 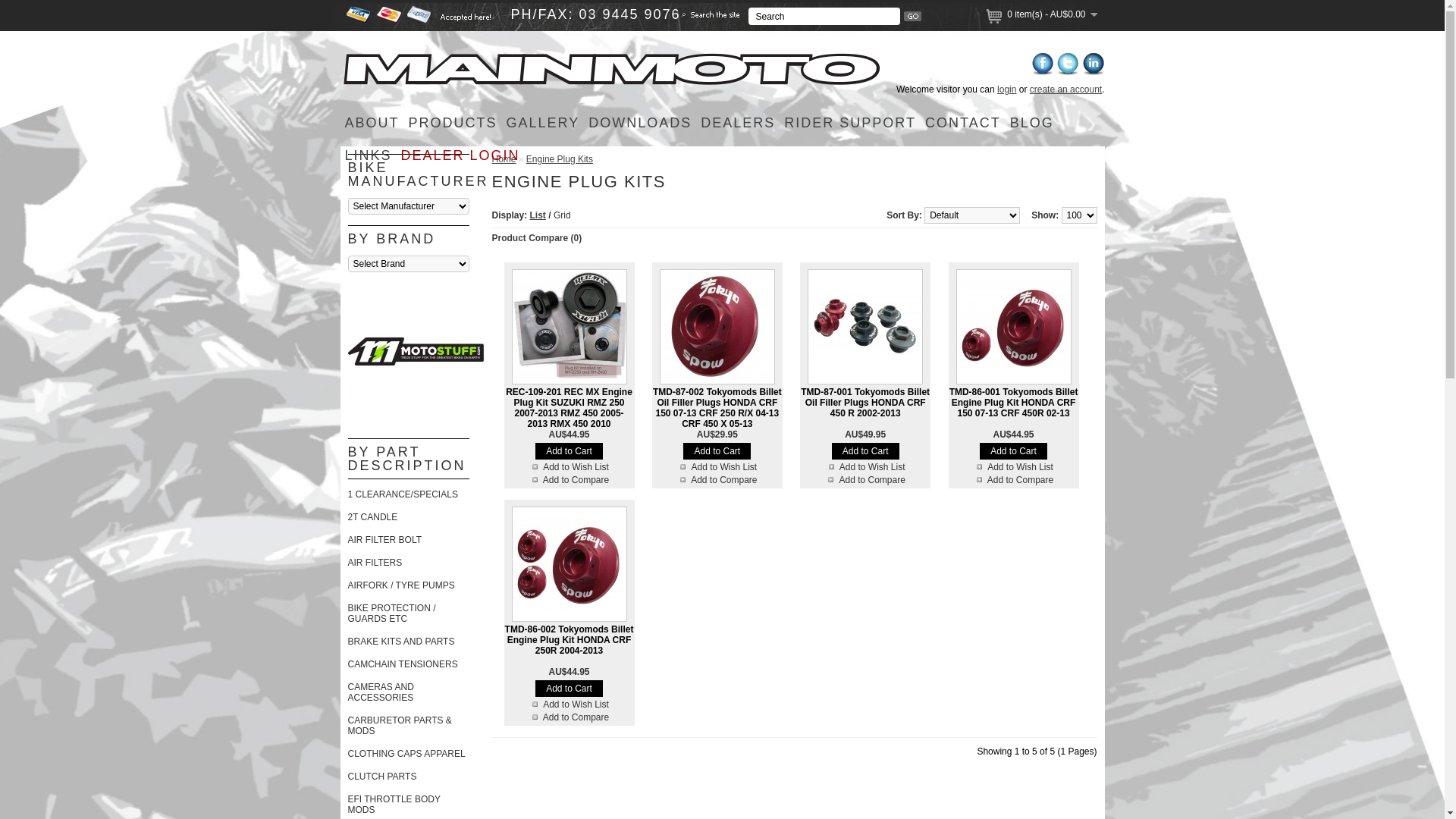 What do you see at coordinates (716, 450) in the screenshot?
I see `'Add to Cart'` at bounding box center [716, 450].